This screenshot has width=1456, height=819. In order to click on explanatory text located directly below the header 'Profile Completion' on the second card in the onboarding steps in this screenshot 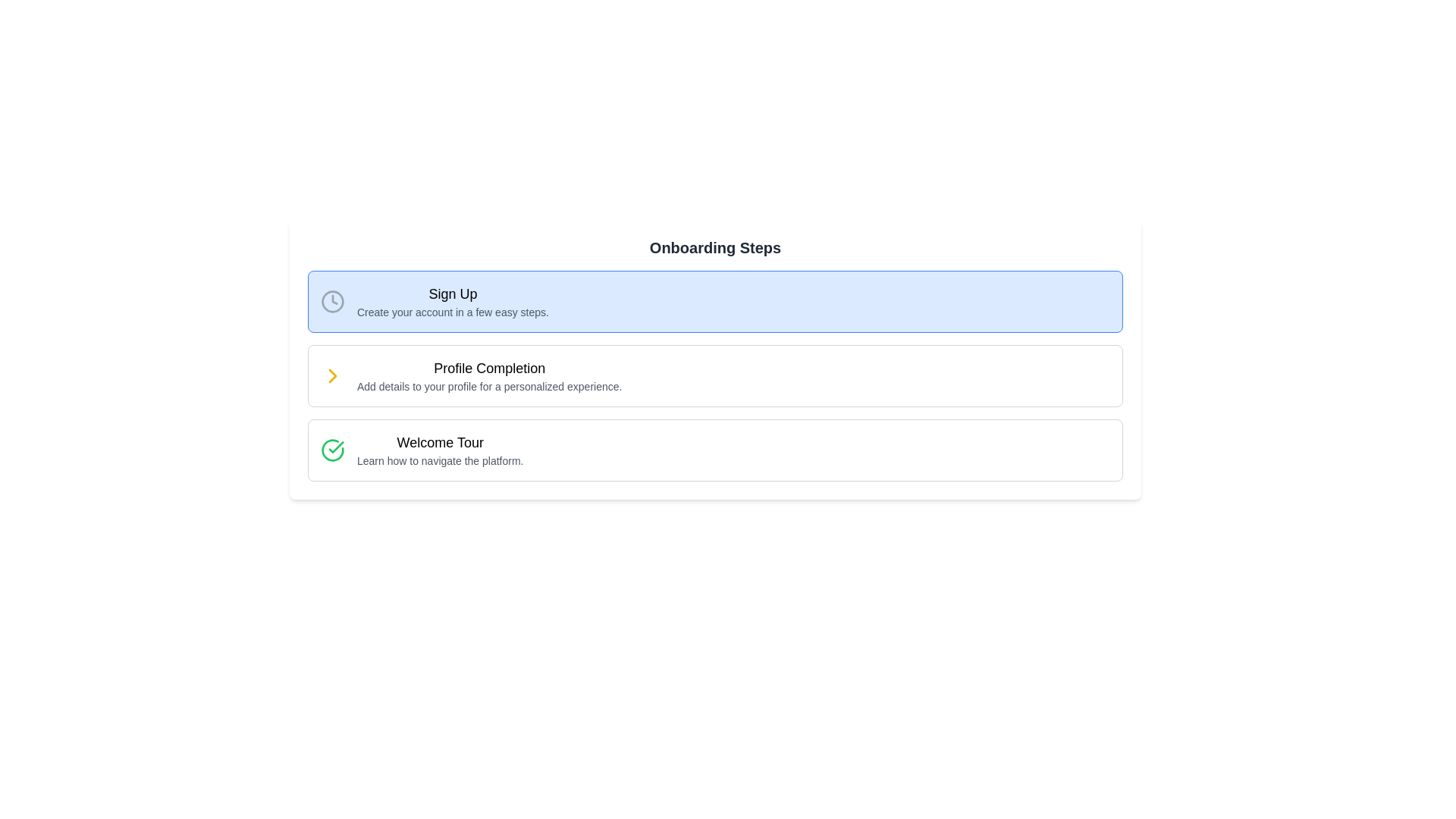, I will do `click(489, 385)`.